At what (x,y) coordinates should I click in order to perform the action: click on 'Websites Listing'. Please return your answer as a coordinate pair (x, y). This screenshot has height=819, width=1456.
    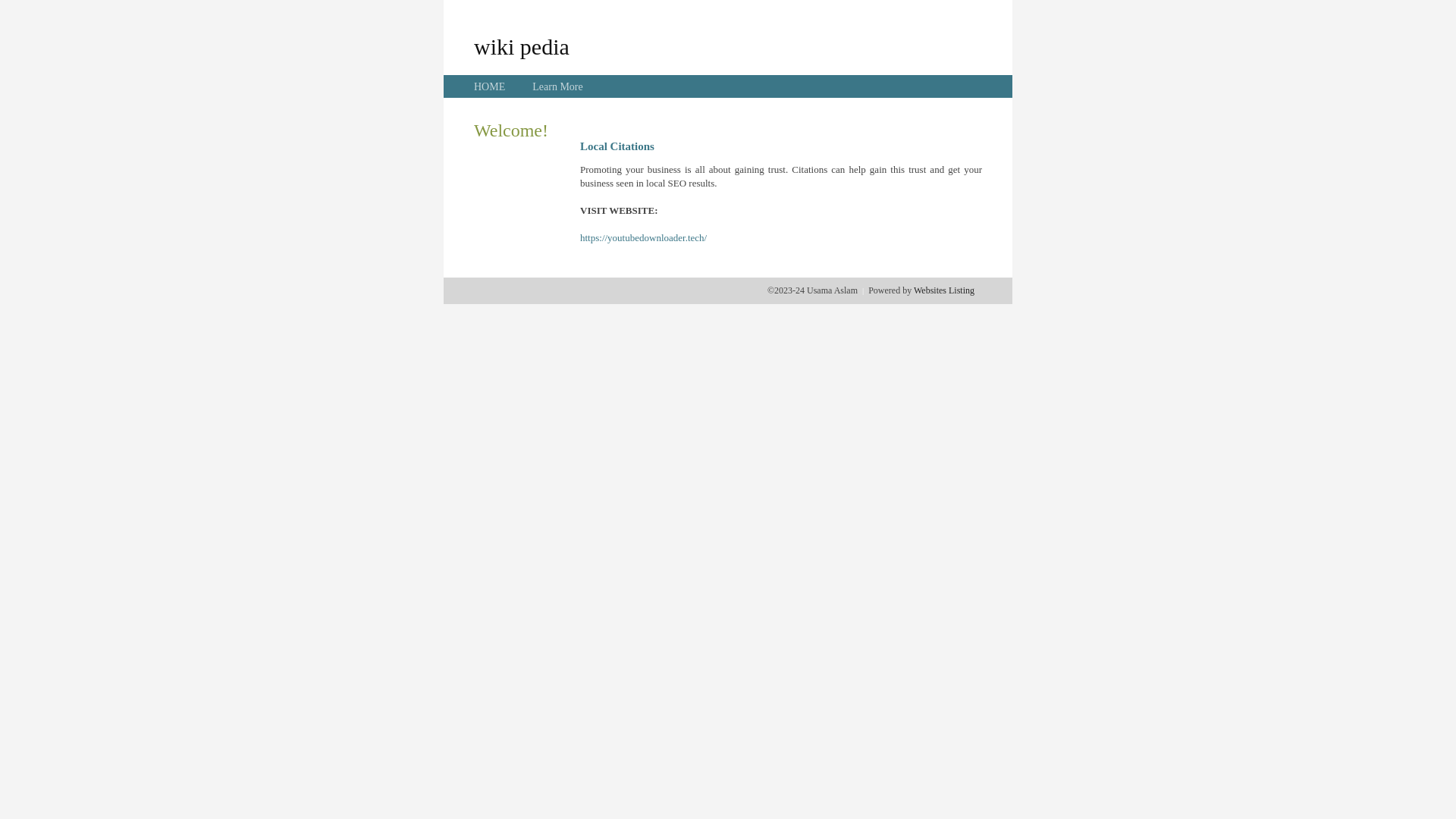
    Looking at the image, I should click on (943, 290).